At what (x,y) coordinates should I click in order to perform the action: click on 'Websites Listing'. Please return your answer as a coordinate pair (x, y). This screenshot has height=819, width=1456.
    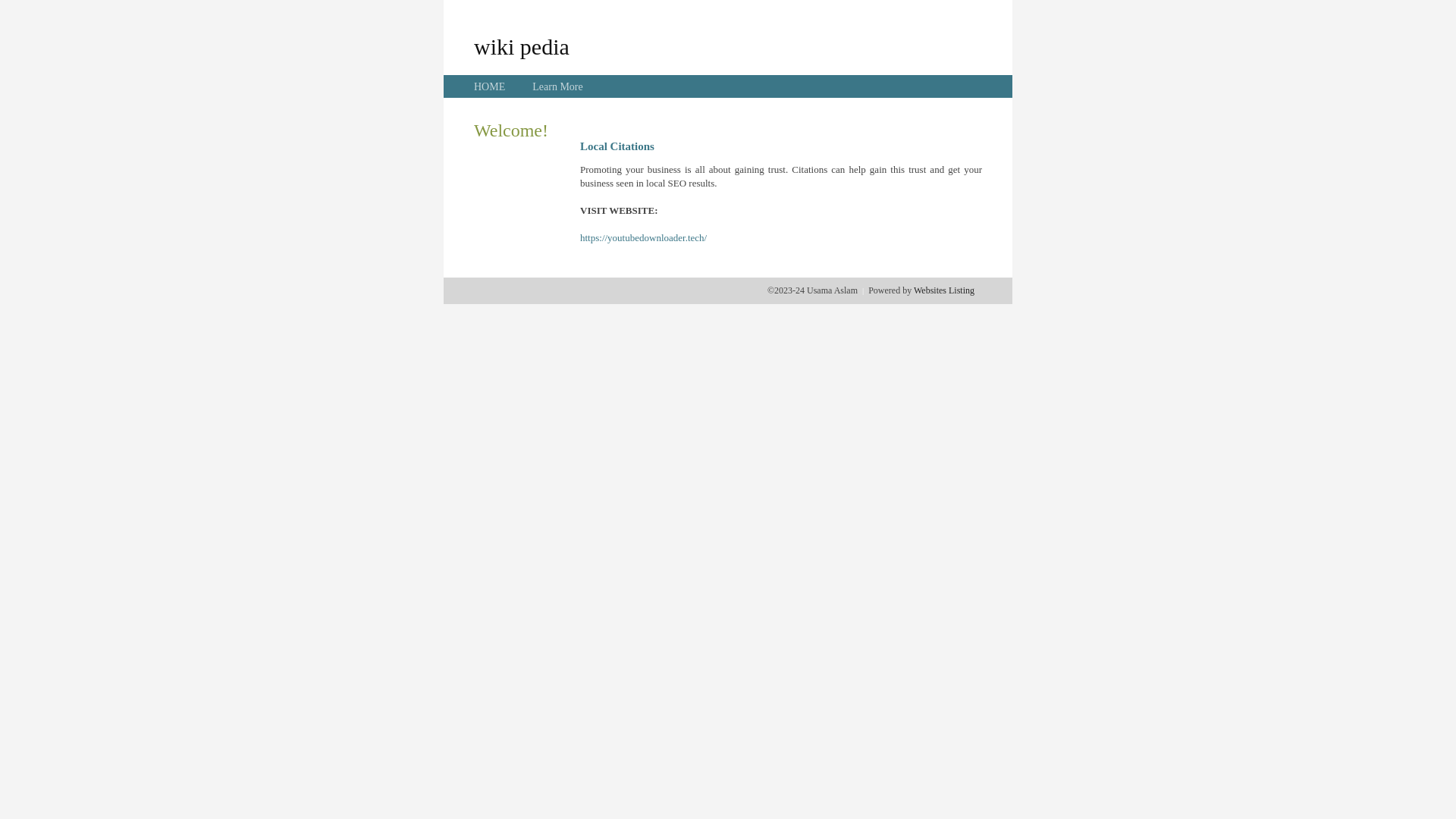
    Looking at the image, I should click on (943, 290).